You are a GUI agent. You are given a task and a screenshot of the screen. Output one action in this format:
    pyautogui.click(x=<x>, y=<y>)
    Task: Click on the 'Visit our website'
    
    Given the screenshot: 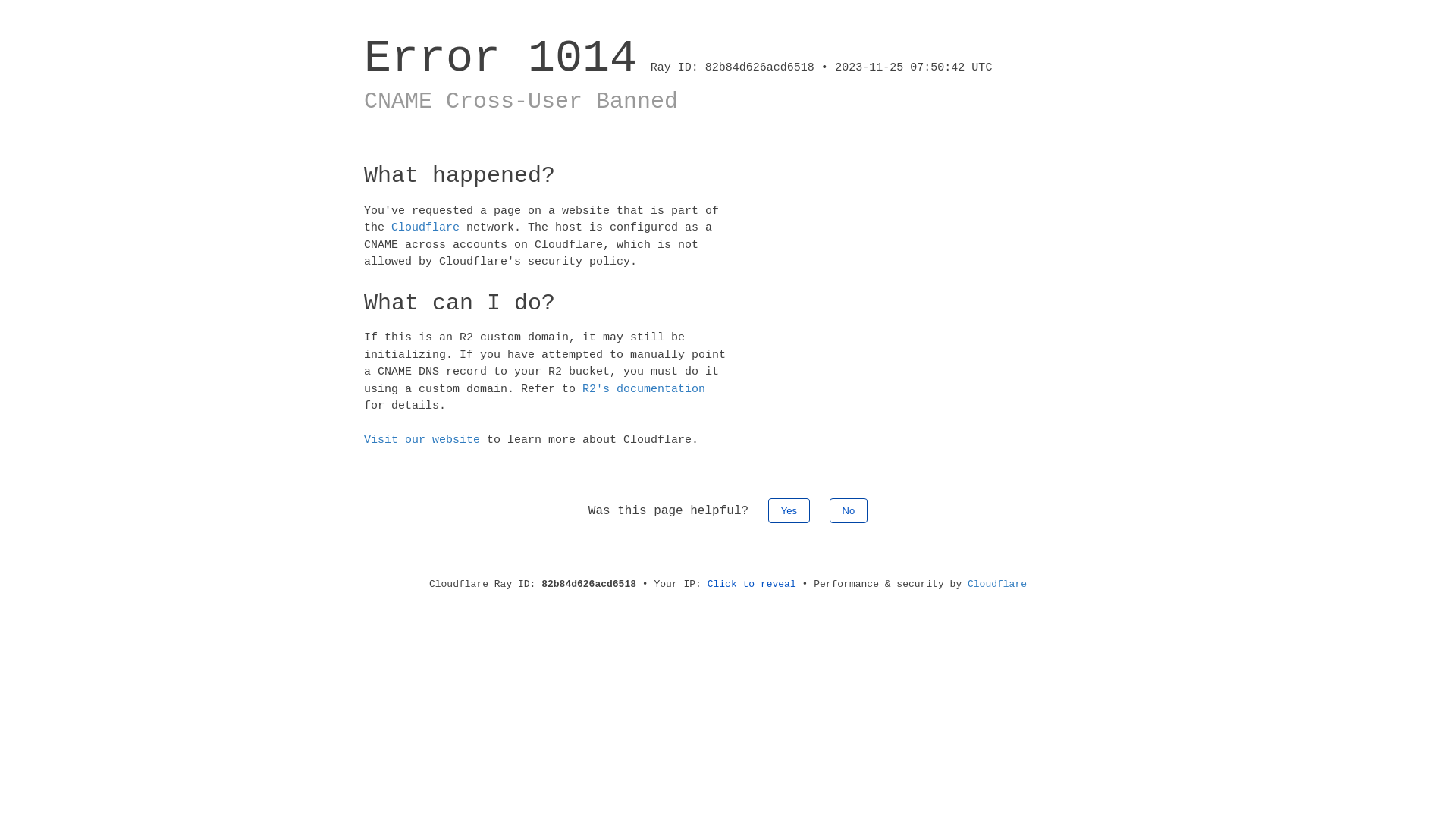 What is the action you would take?
    pyautogui.click(x=422, y=440)
    